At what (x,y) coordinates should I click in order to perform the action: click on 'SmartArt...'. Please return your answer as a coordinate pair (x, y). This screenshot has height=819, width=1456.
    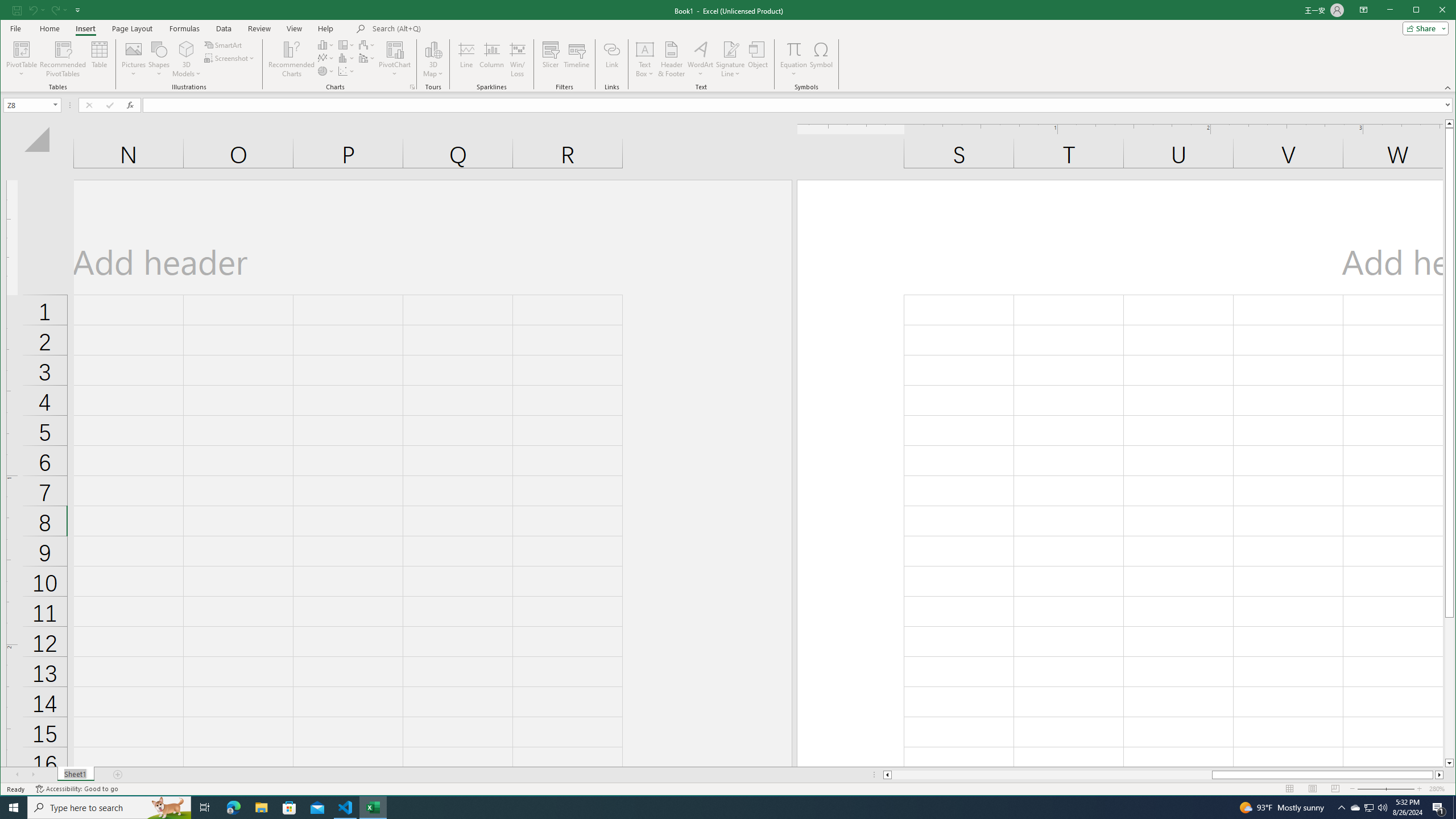
    Looking at the image, I should click on (224, 44).